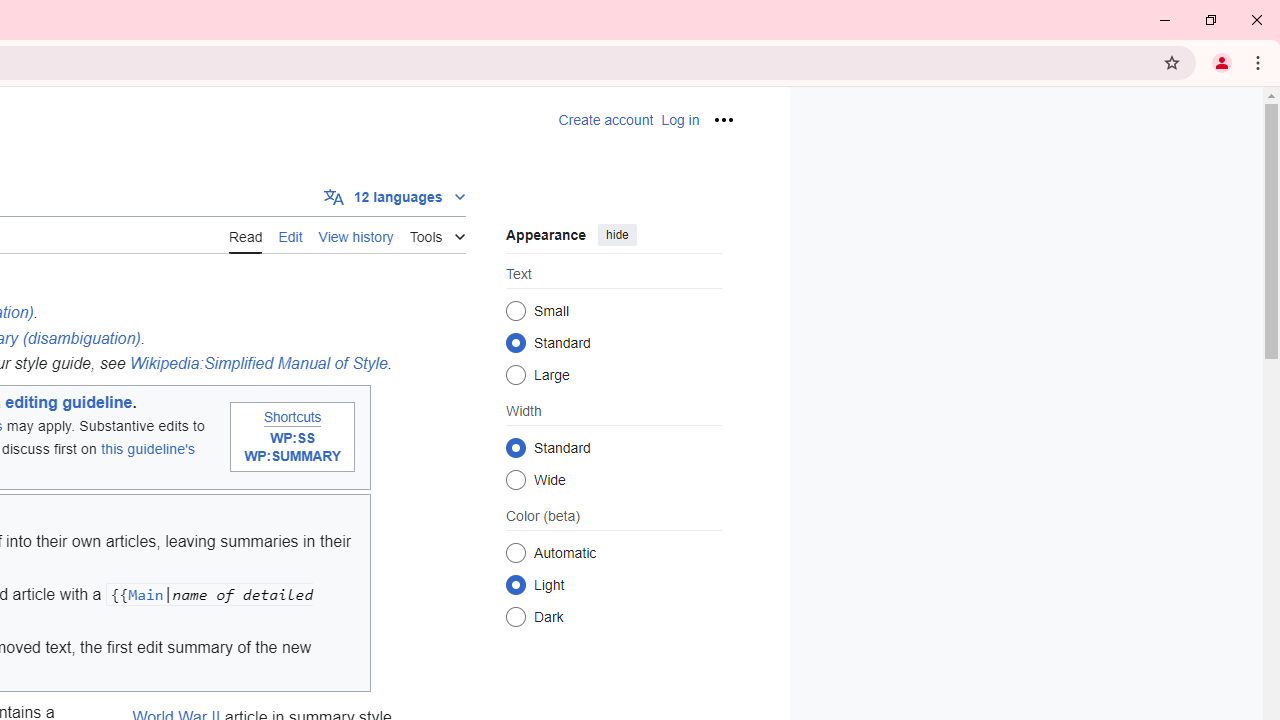 The height and width of the screenshot is (720, 1280). What do you see at coordinates (515, 552) in the screenshot?
I see `'Automatic'` at bounding box center [515, 552].